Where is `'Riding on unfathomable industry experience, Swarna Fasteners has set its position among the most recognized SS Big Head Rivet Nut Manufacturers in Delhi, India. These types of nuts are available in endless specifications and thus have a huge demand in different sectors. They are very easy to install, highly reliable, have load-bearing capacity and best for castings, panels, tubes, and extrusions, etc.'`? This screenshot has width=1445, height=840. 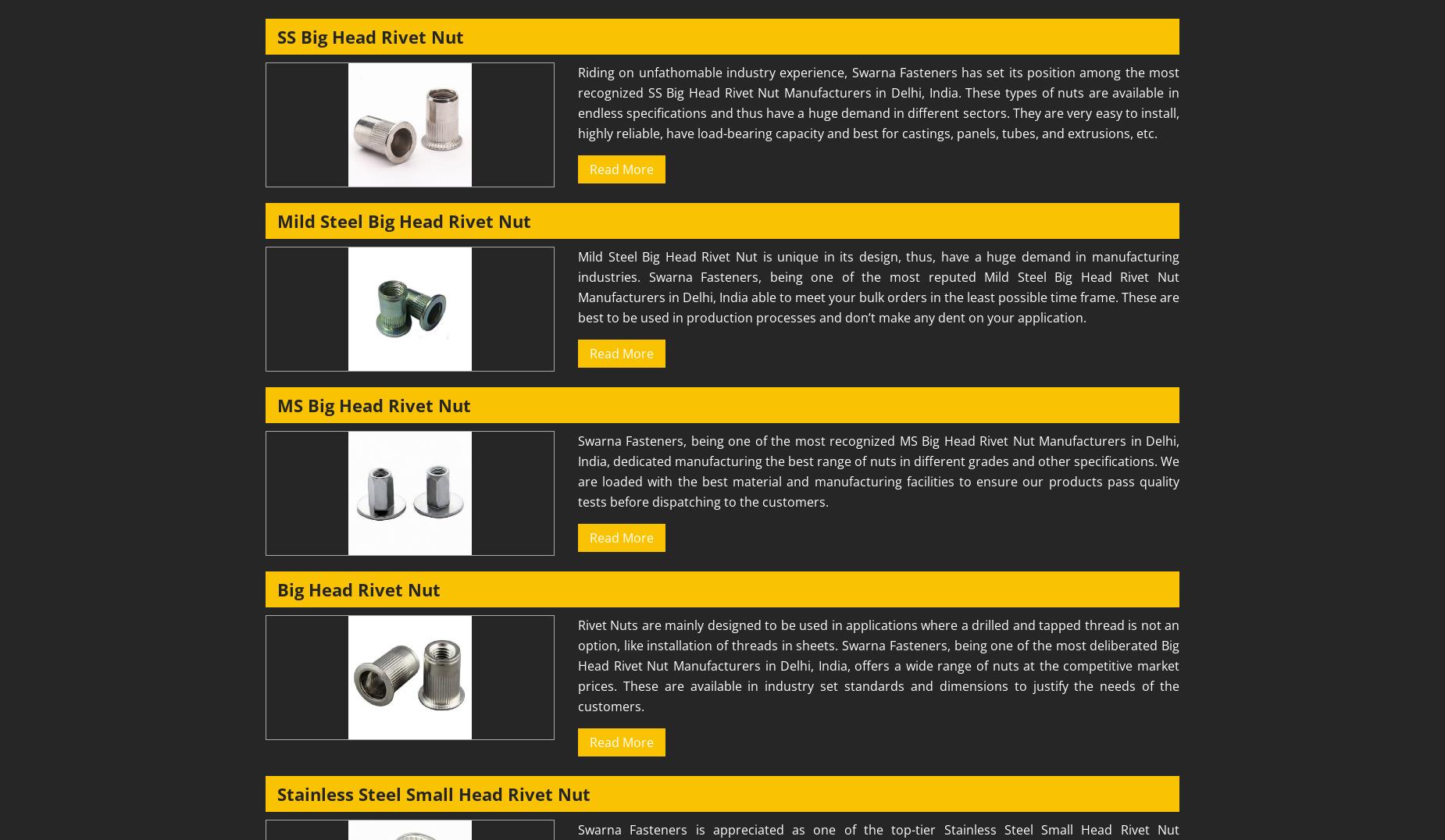
'Riding on unfathomable industry experience, Swarna Fasteners has set its position among the most recognized SS Big Head Rivet Nut Manufacturers in Delhi, India. These types of nuts are available in endless specifications and thus have a huge demand in different sectors. They are very easy to install, highly reliable, have load-bearing capacity and best for castings, panels, tubes, and extrusions, etc.' is located at coordinates (877, 102).